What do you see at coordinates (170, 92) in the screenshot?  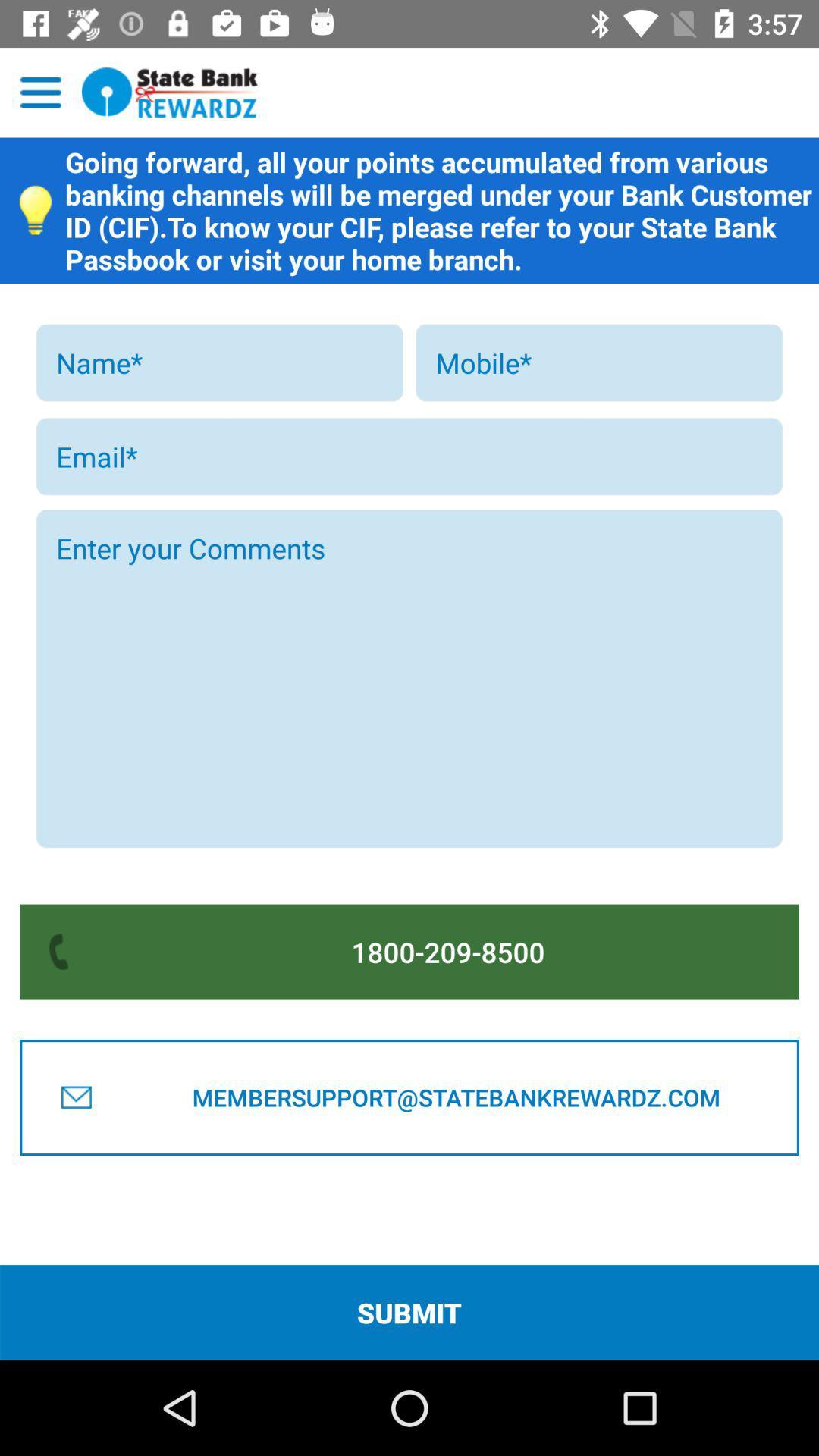 I see `state bank logo` at bounding box center [170, 92].